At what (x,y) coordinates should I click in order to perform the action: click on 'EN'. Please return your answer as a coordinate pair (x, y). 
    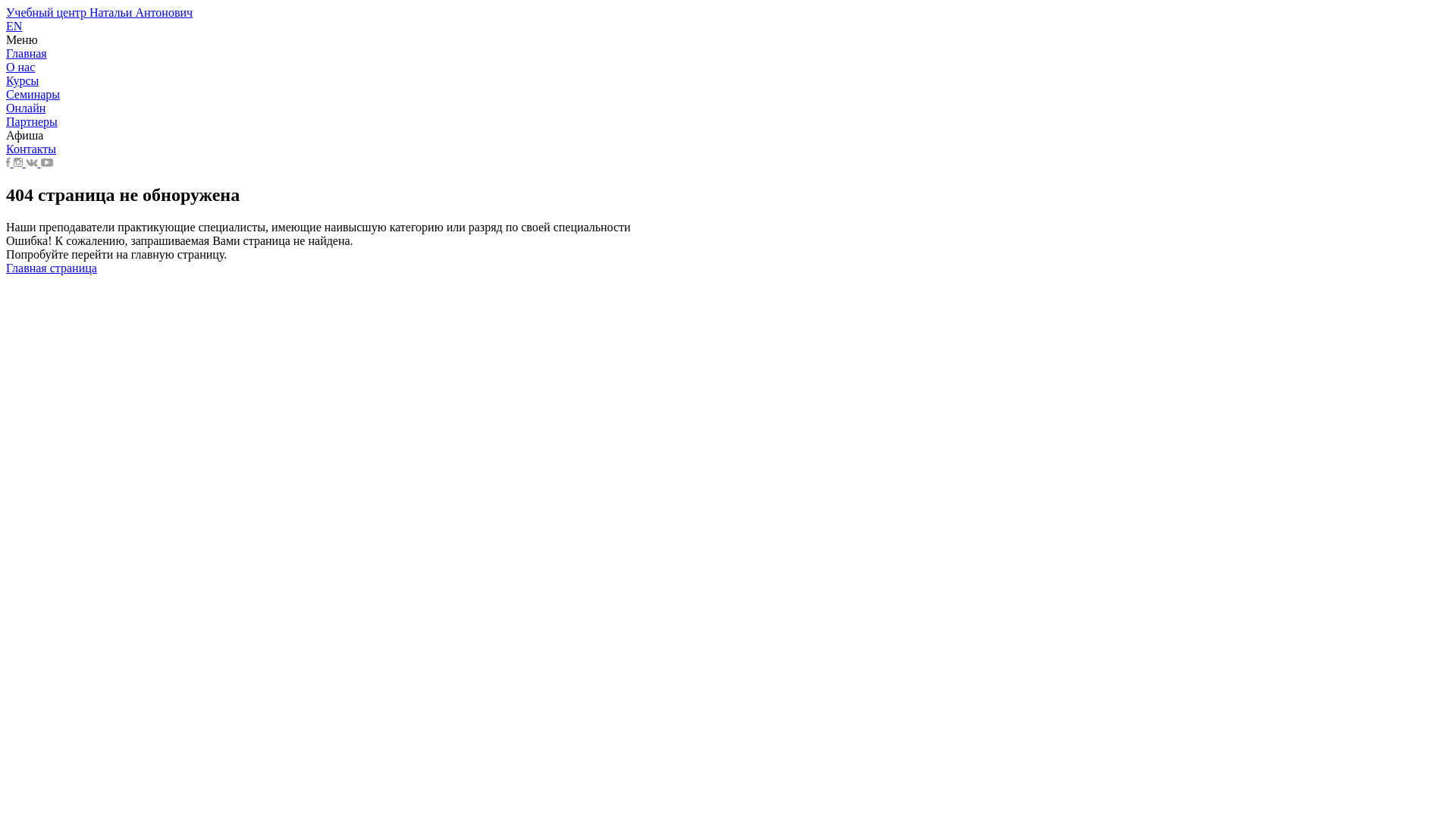
    Looking at the image, I should click on (14, 26).